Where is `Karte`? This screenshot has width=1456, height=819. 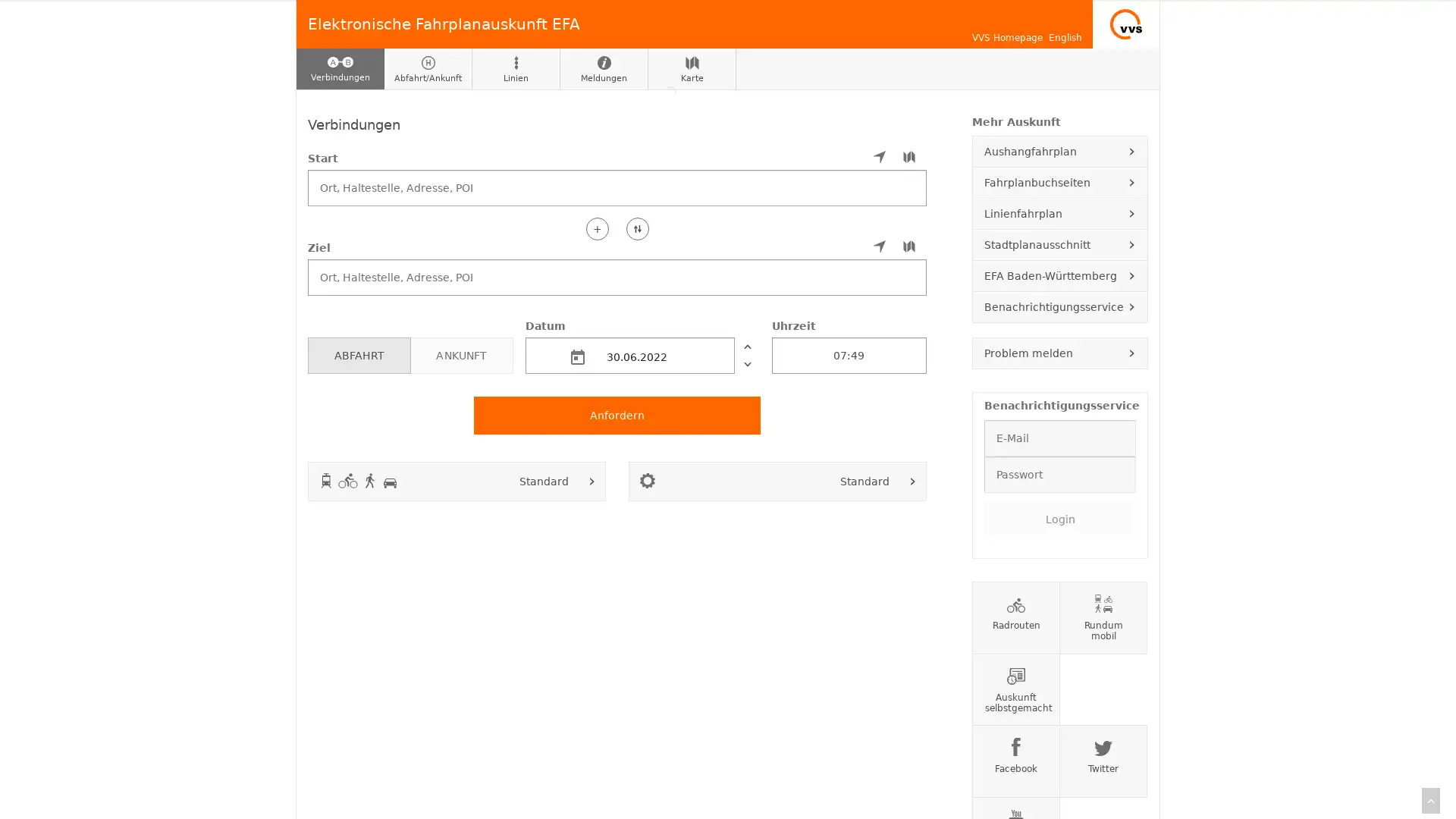 Karte is located at coordinates (691, 69).